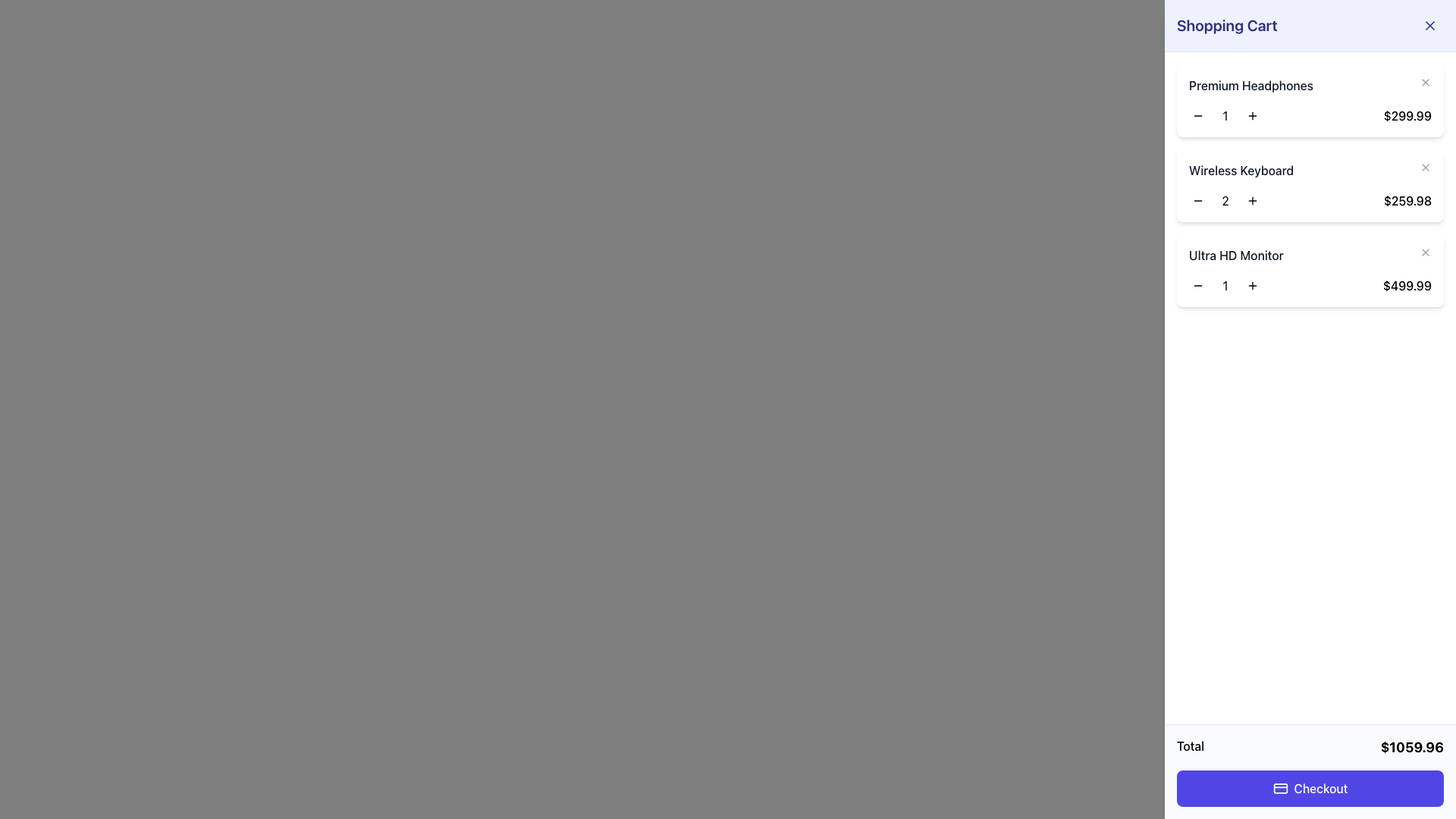 Image resolution: width=1456 pixels, height=819 pixels. Describe the element at coordinates (1429, 26) in the screenshot. I see `the X symbol located in the top-right corner of the 'Shopping Cart' interface` at that location.